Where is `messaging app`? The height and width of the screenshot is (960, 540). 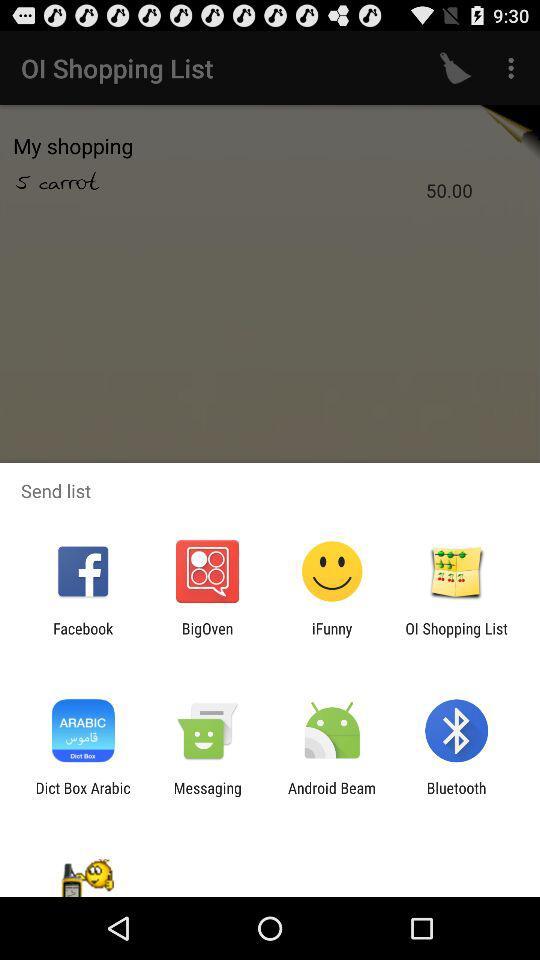
messaging app is located at coordinates (206, 796).